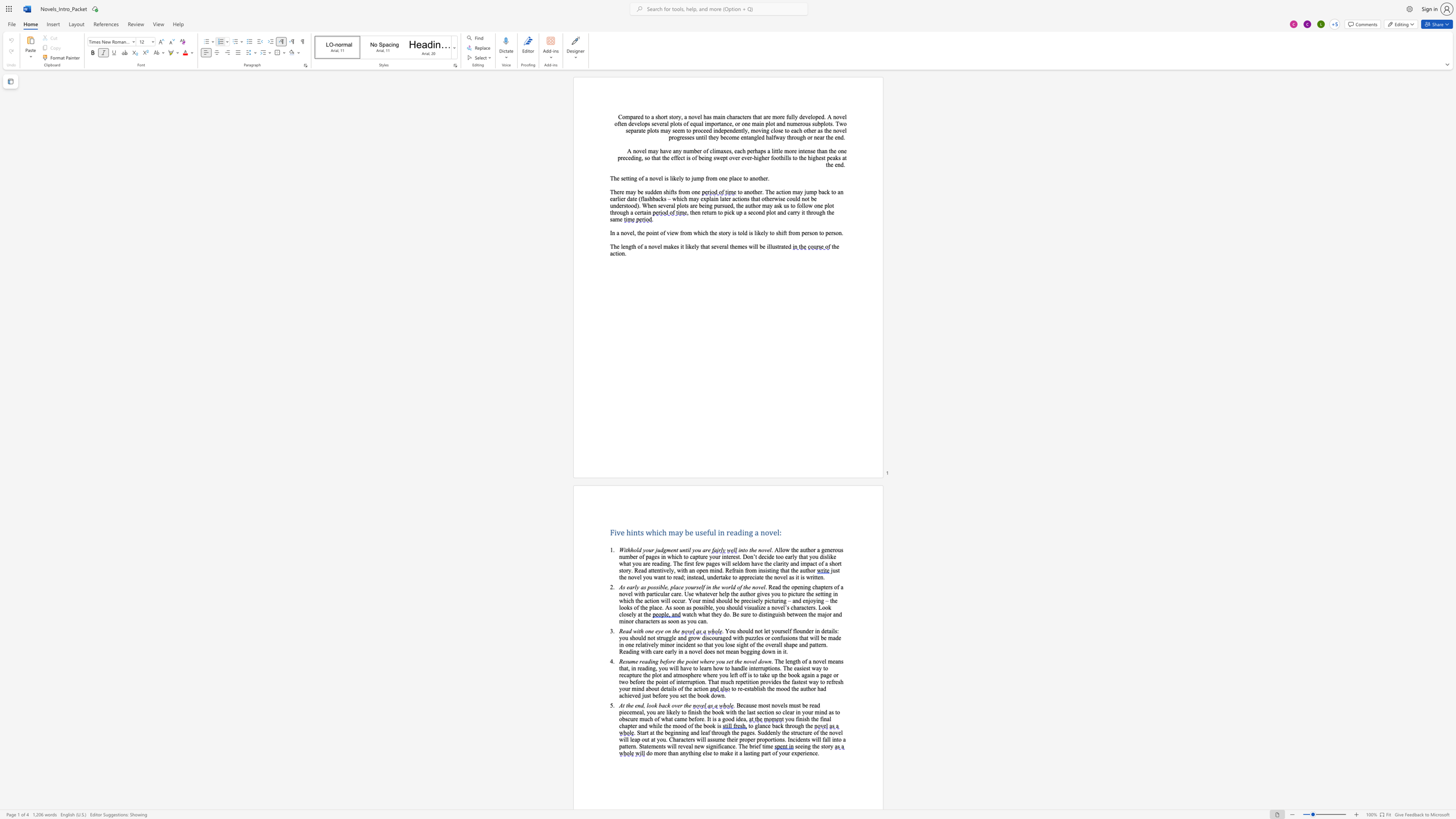 This screenshot has width=1456, height=819. I want to click on the 3th character "e" in the text, so click(782, 705).